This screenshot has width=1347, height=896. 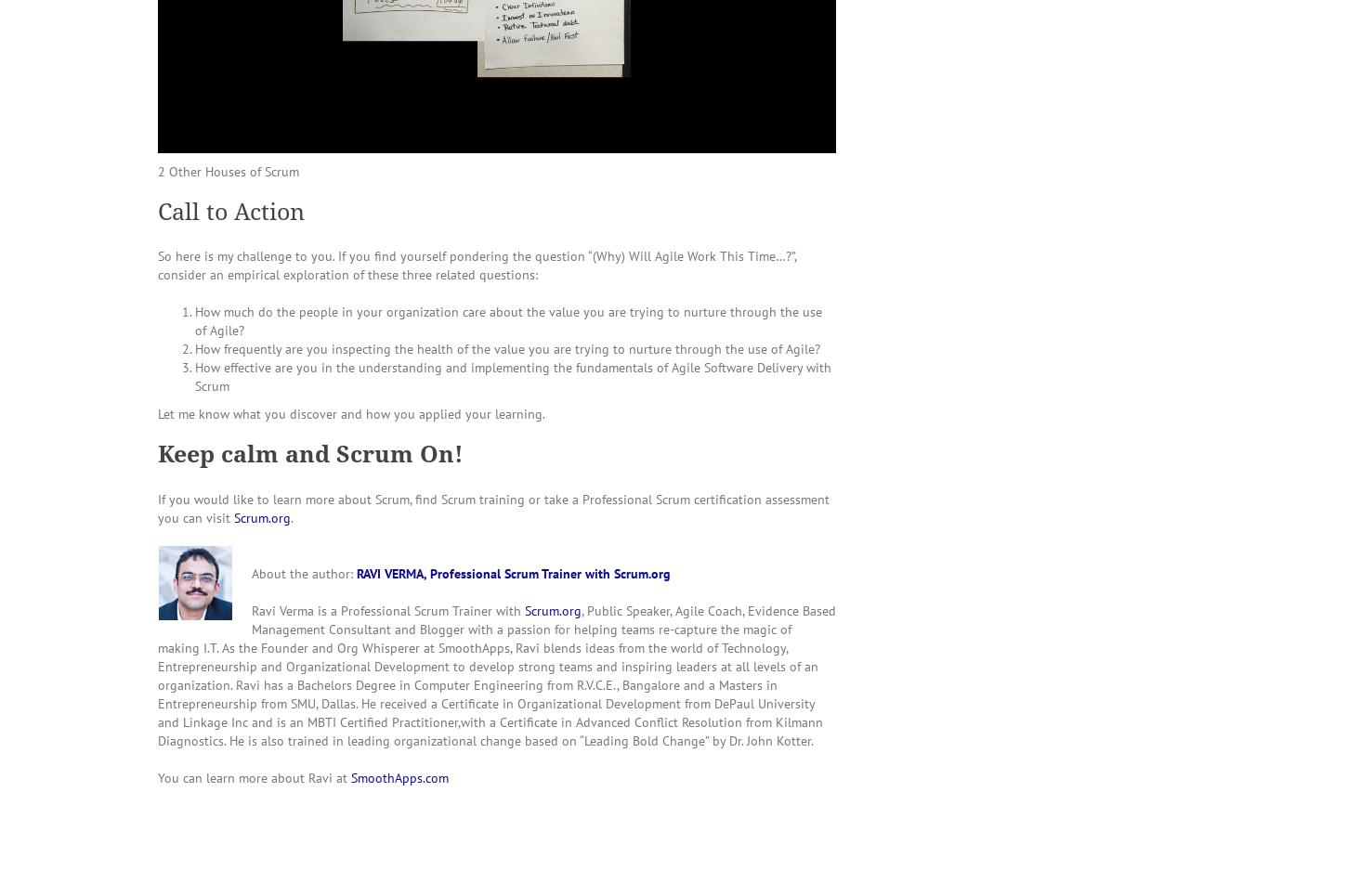 I want to click on '2 Other Houses of Scrum', so click(x=156, y=170).